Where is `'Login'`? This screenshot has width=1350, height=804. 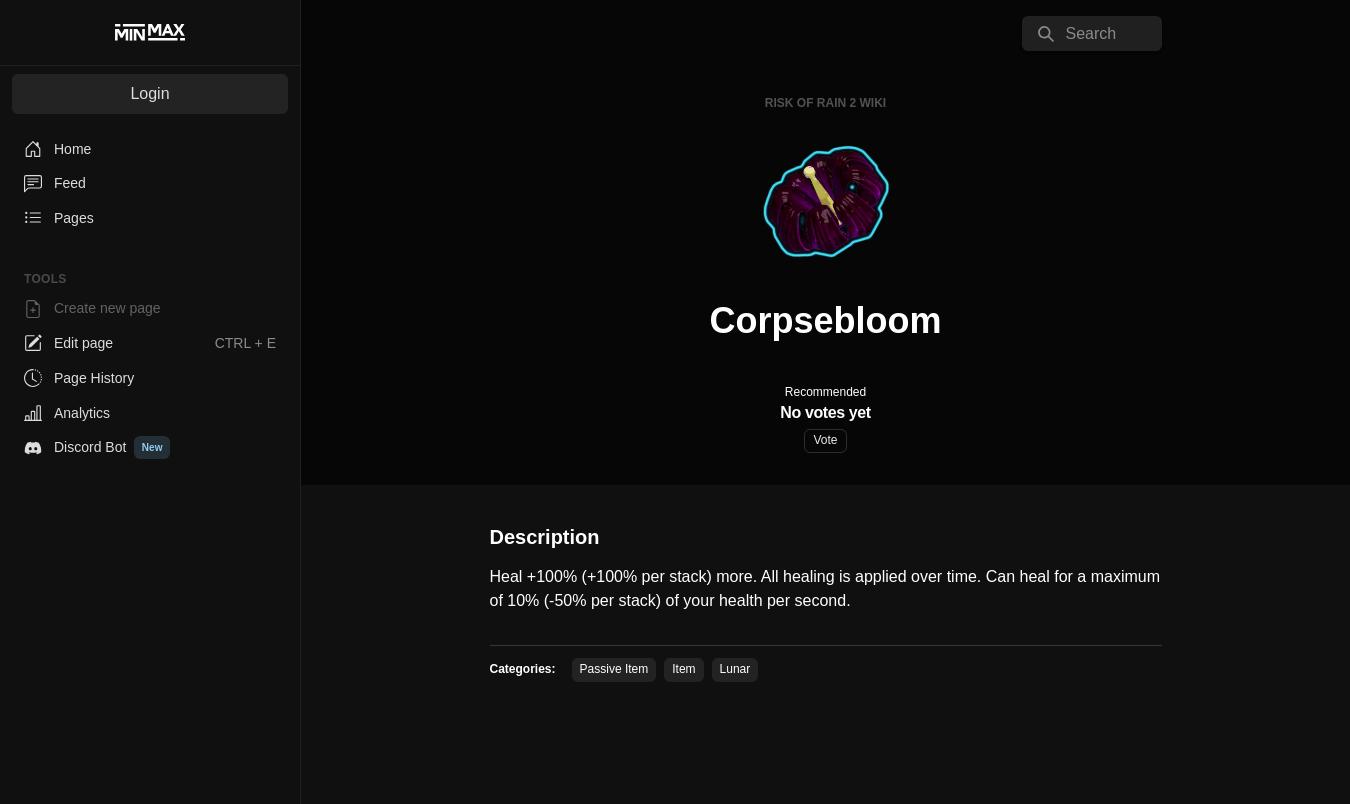
'Login' is located at coordinates (149, 92).